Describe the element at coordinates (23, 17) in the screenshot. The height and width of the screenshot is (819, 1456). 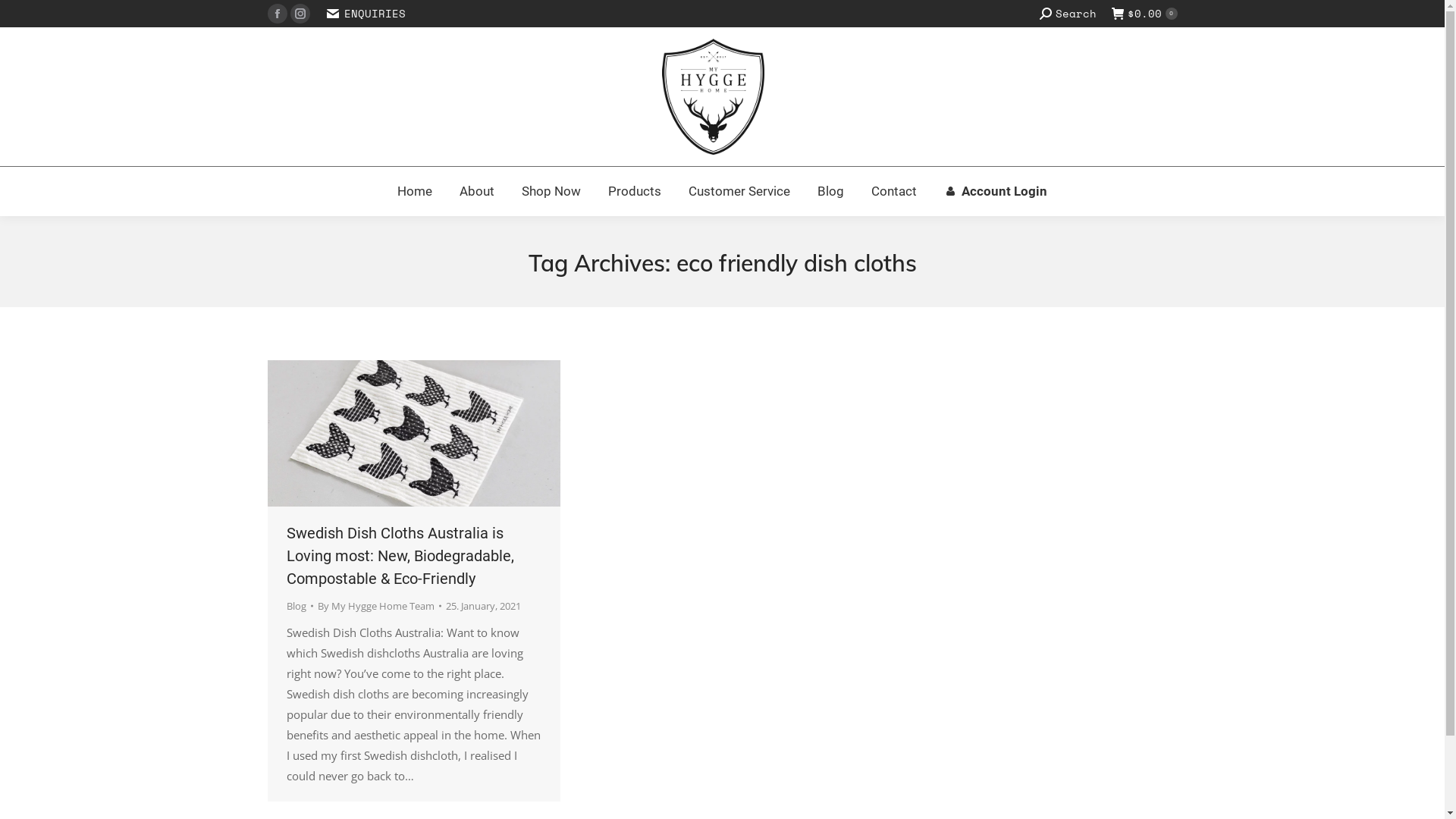
I see `'Go!'` at that location.